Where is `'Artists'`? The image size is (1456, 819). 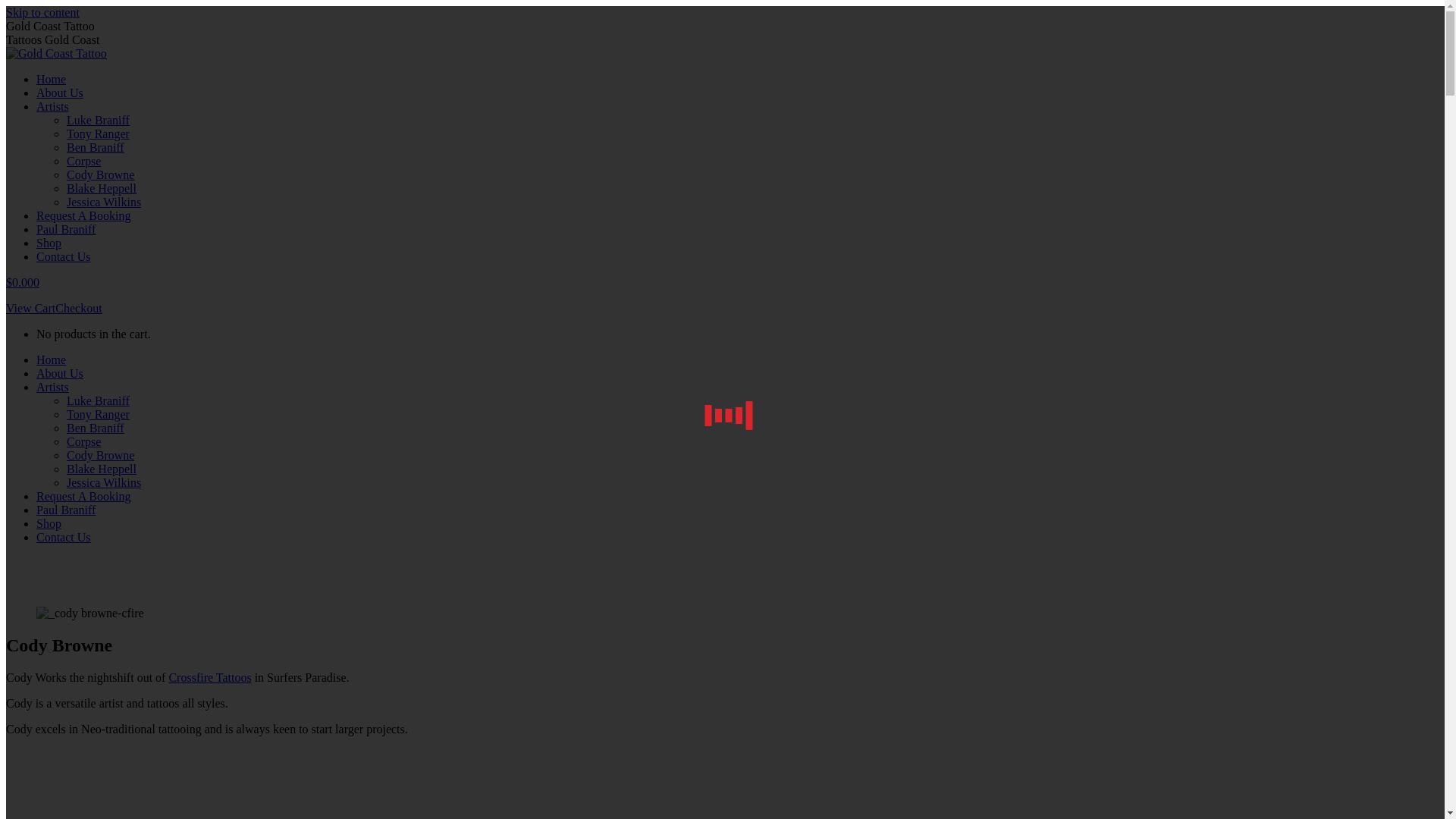
'Artists' is located at coordinates (52, 105).